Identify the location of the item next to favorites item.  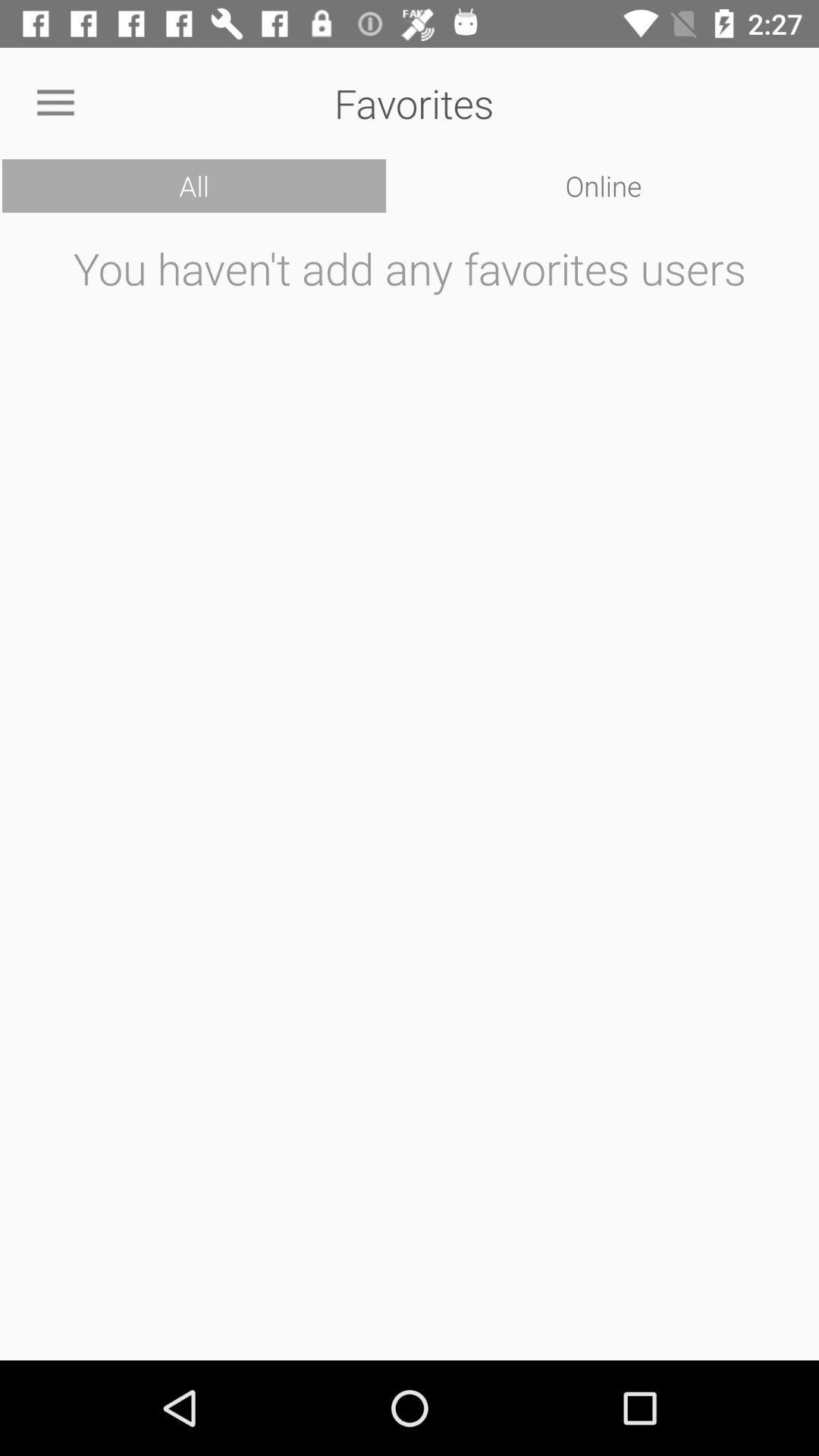
(55, 102).